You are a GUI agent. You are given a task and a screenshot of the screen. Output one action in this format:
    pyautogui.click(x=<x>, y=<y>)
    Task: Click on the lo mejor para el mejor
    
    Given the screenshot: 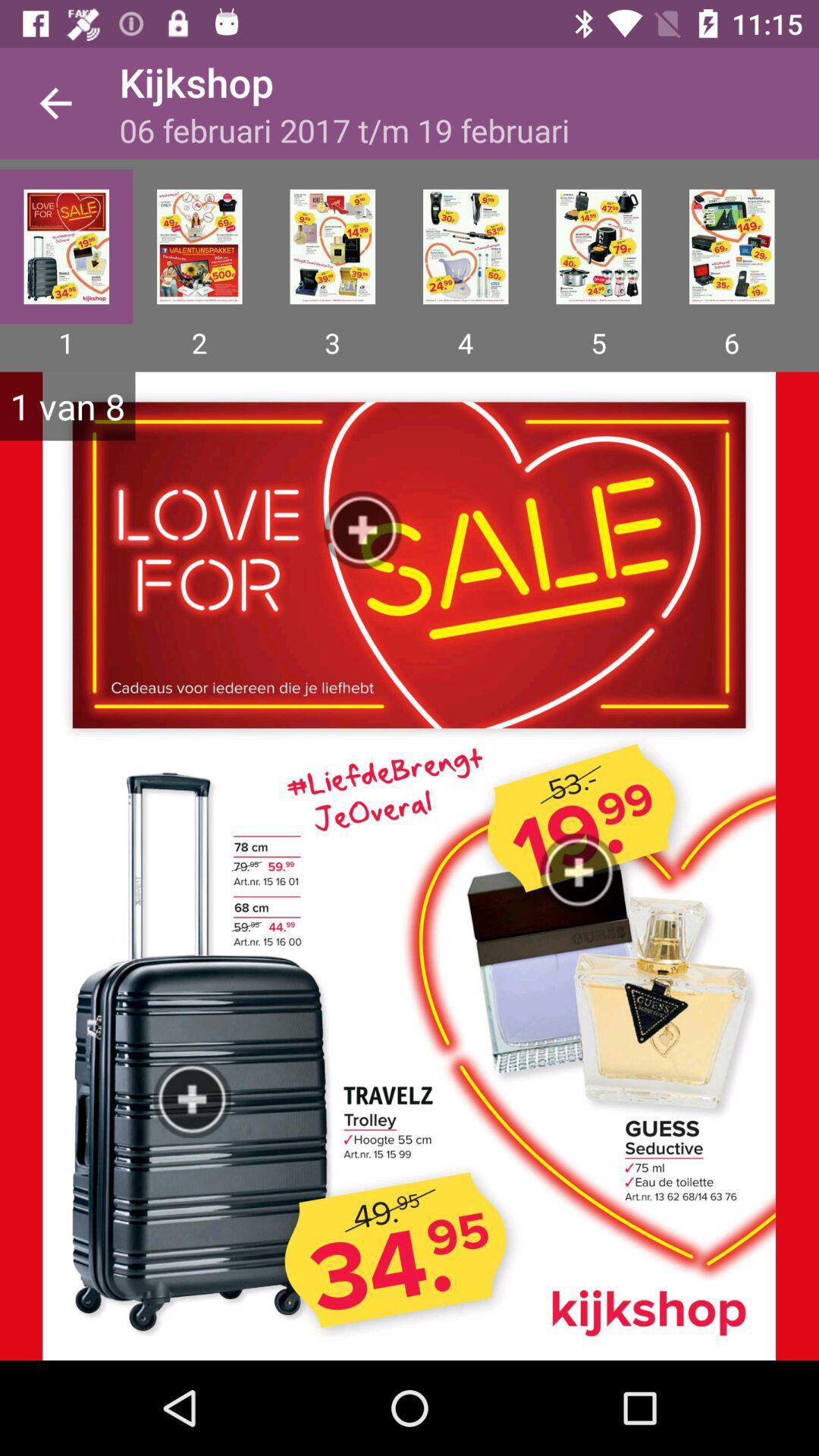 What is the action you would take?
    pyautogui.click(x=199, y=246)
    